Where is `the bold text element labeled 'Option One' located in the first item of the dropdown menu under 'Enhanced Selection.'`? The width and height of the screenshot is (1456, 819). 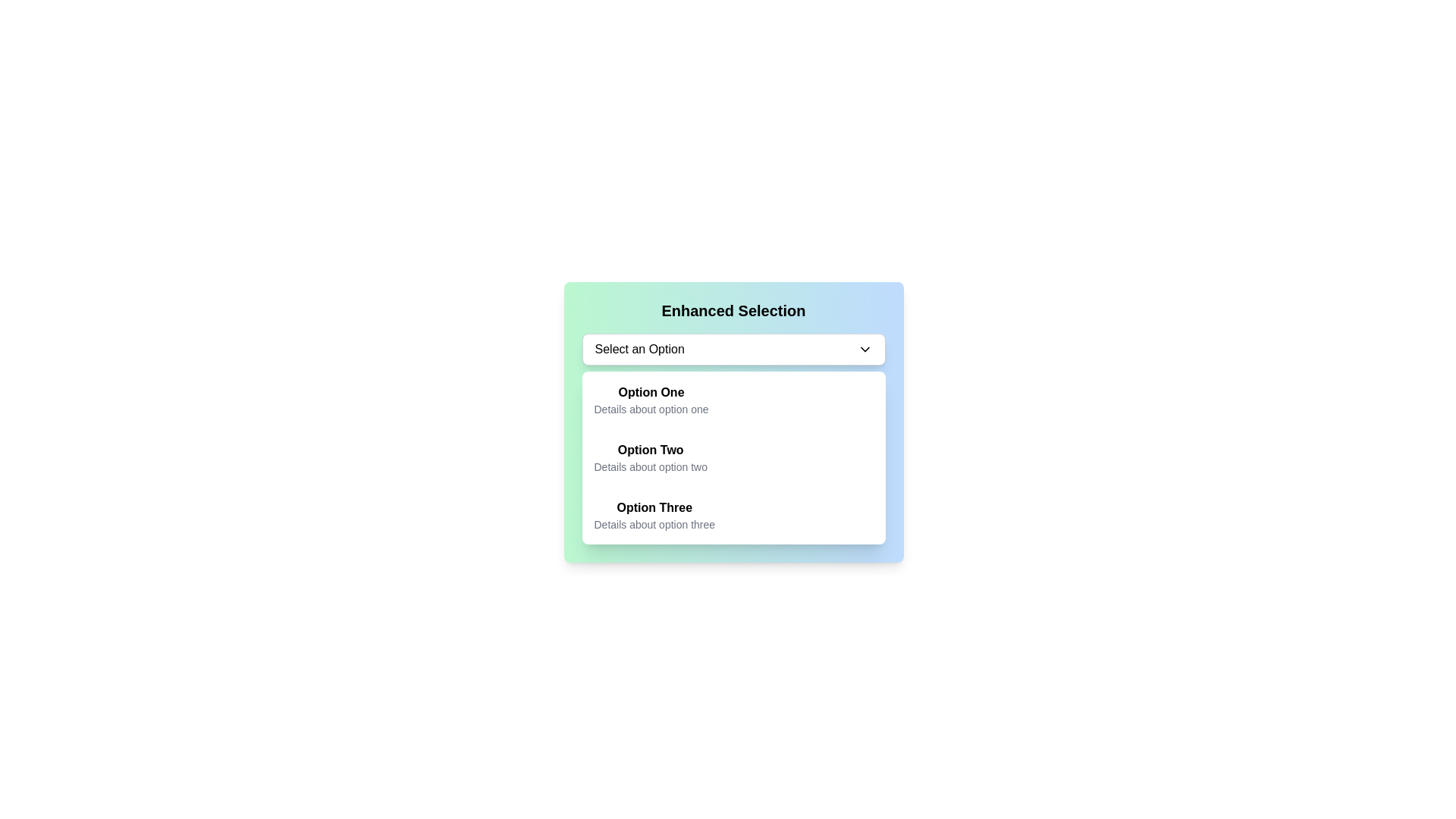
the bold text element labeled 'Option One' located in the first item of the dropdown menu under 'Enhanced Selection.' is located at coordinates (651, 391).